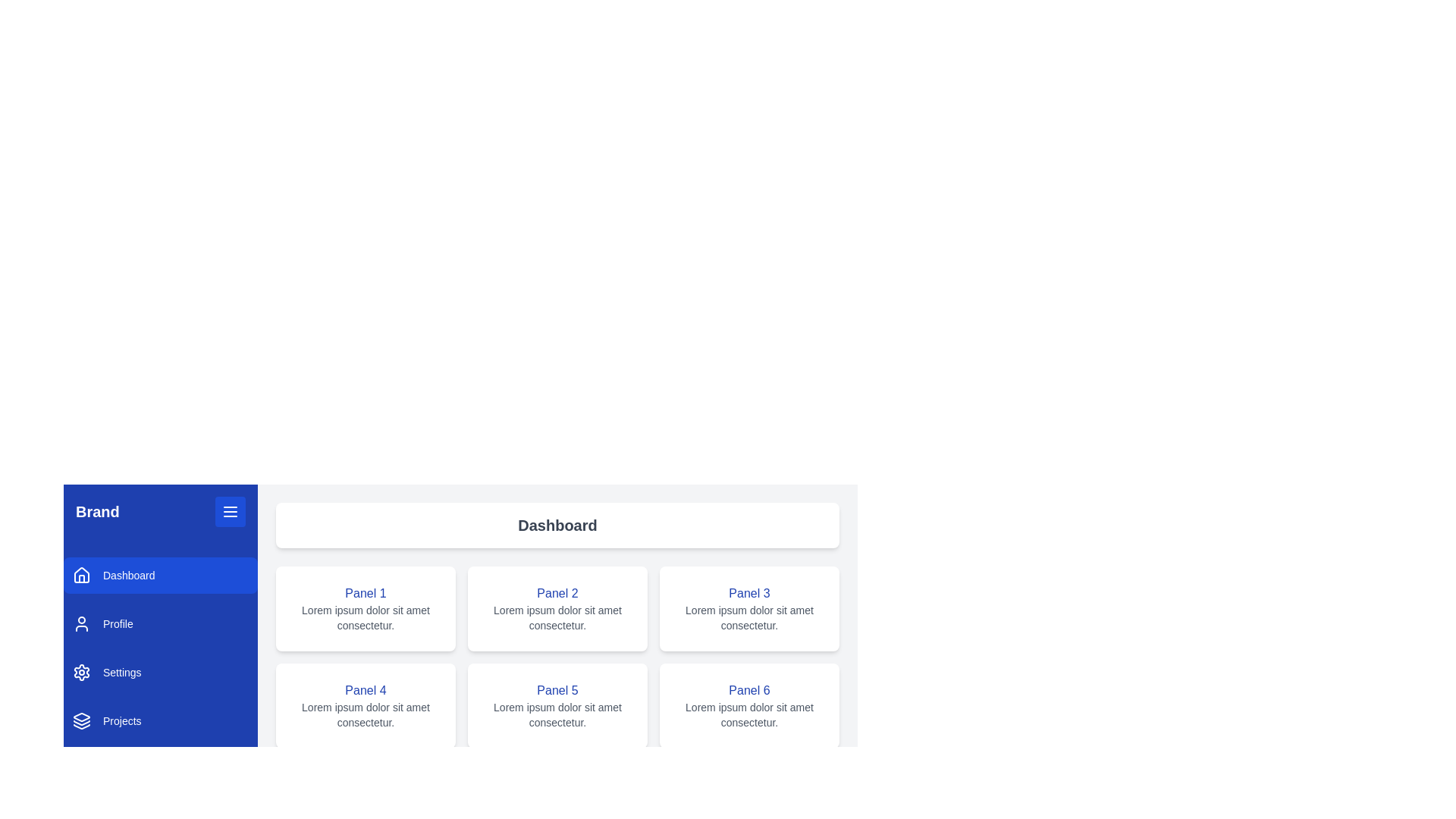  Describe the element at coordinates (160, 672) in the screenshot. I see `the third menu item in the vertical list, which serves as a navigational option` at that location.